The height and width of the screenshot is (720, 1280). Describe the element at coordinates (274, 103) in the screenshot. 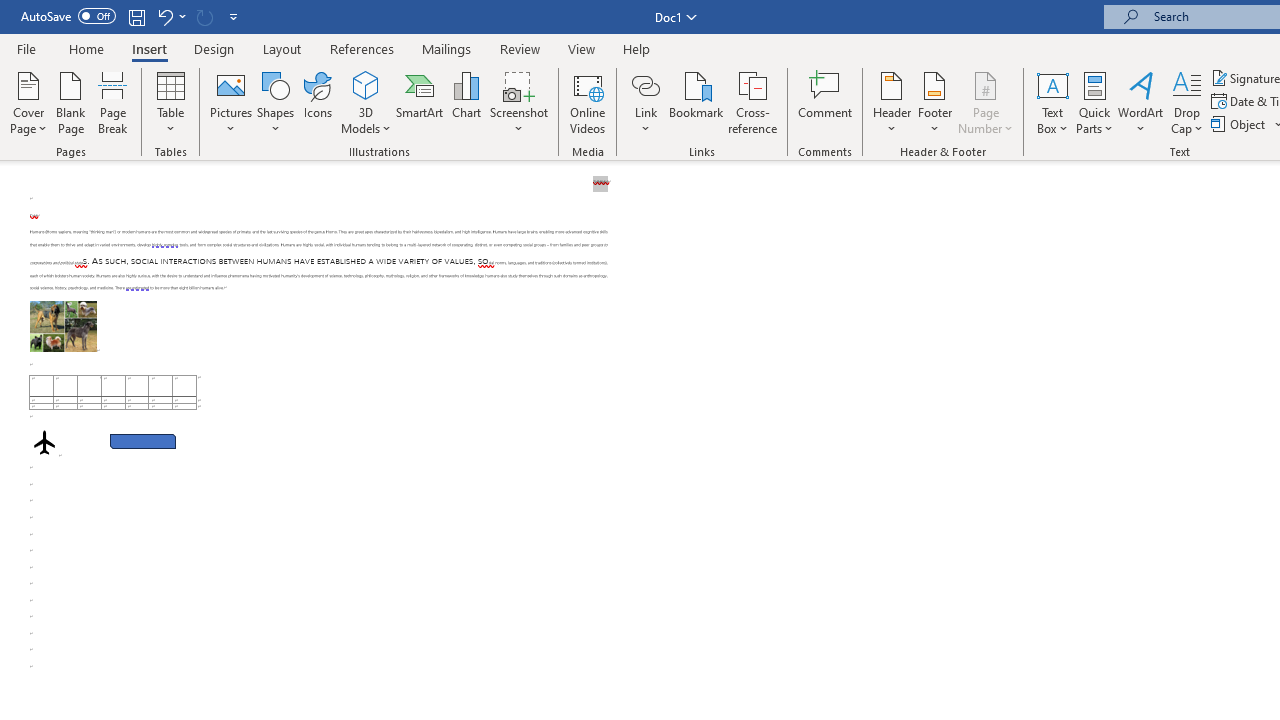

I see `'Shapes'` at that location.